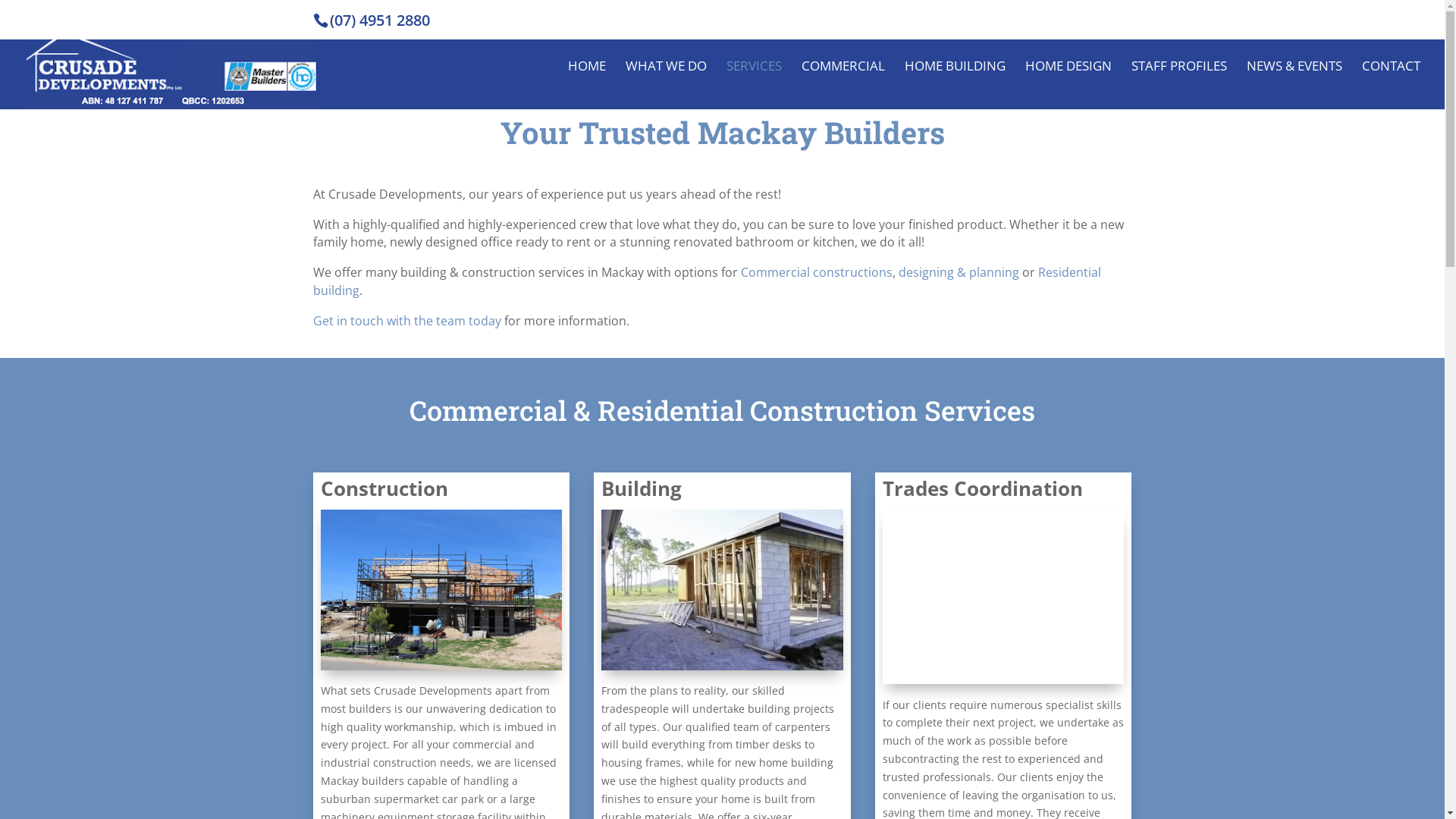  Describe the element at coordinates (739, 271) in the screenshot. I see `'Commercial constructions'` at that location.